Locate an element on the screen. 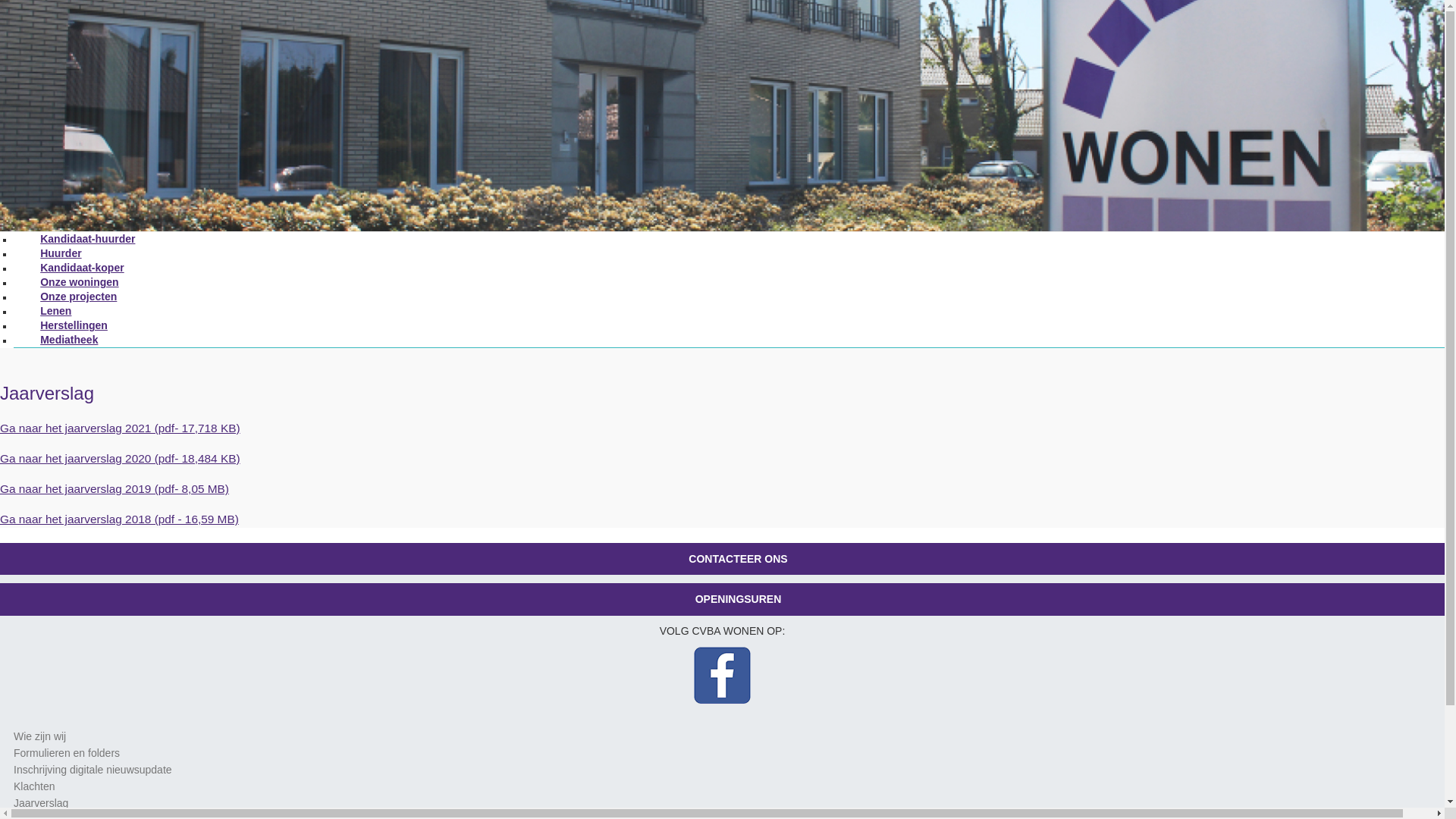  'Ga naar het jaarverslag 2018 (pdf - 16,59 MB)' is located at coordinates (118, 518).